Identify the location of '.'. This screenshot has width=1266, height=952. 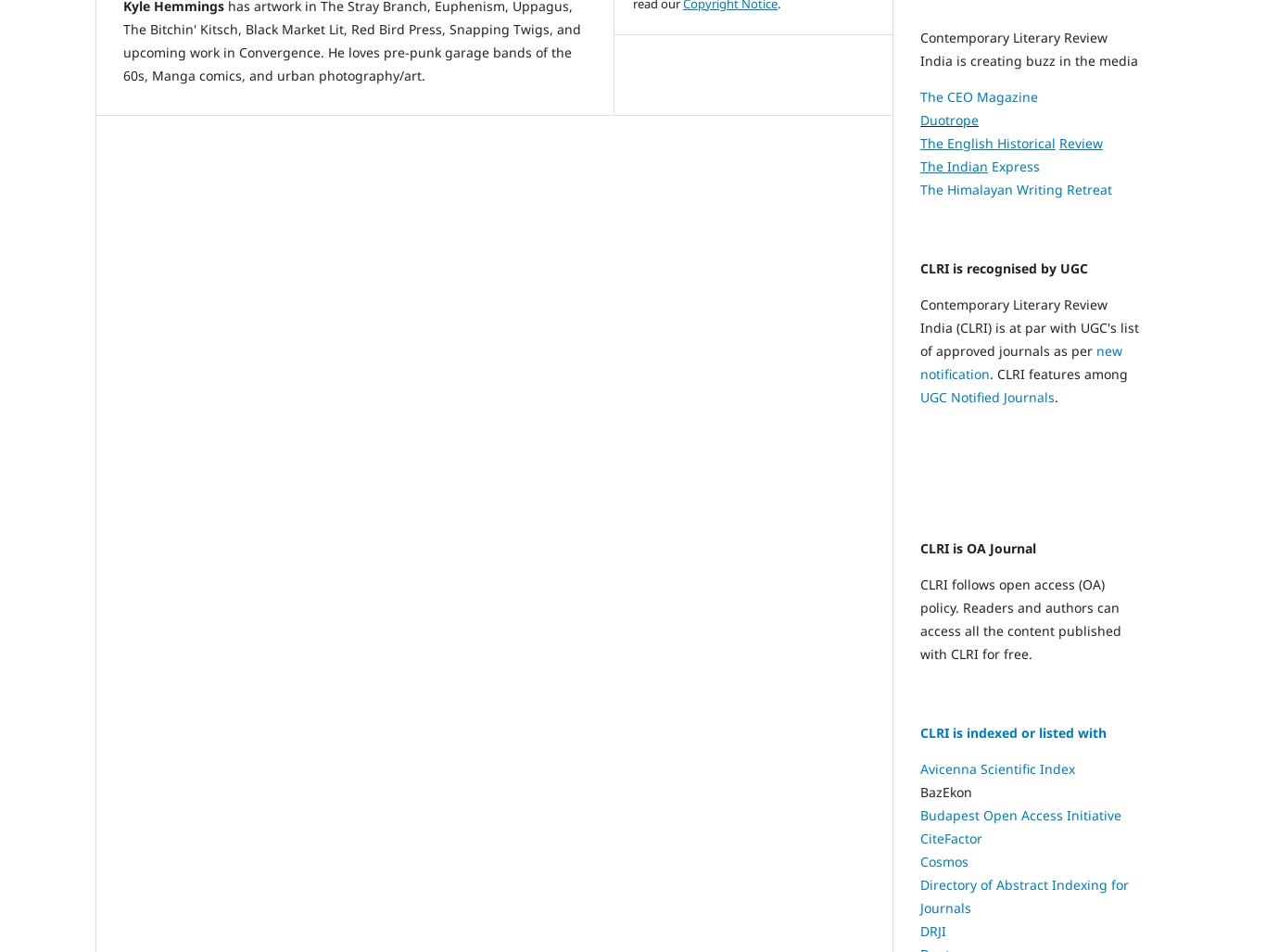
(1057, 396).